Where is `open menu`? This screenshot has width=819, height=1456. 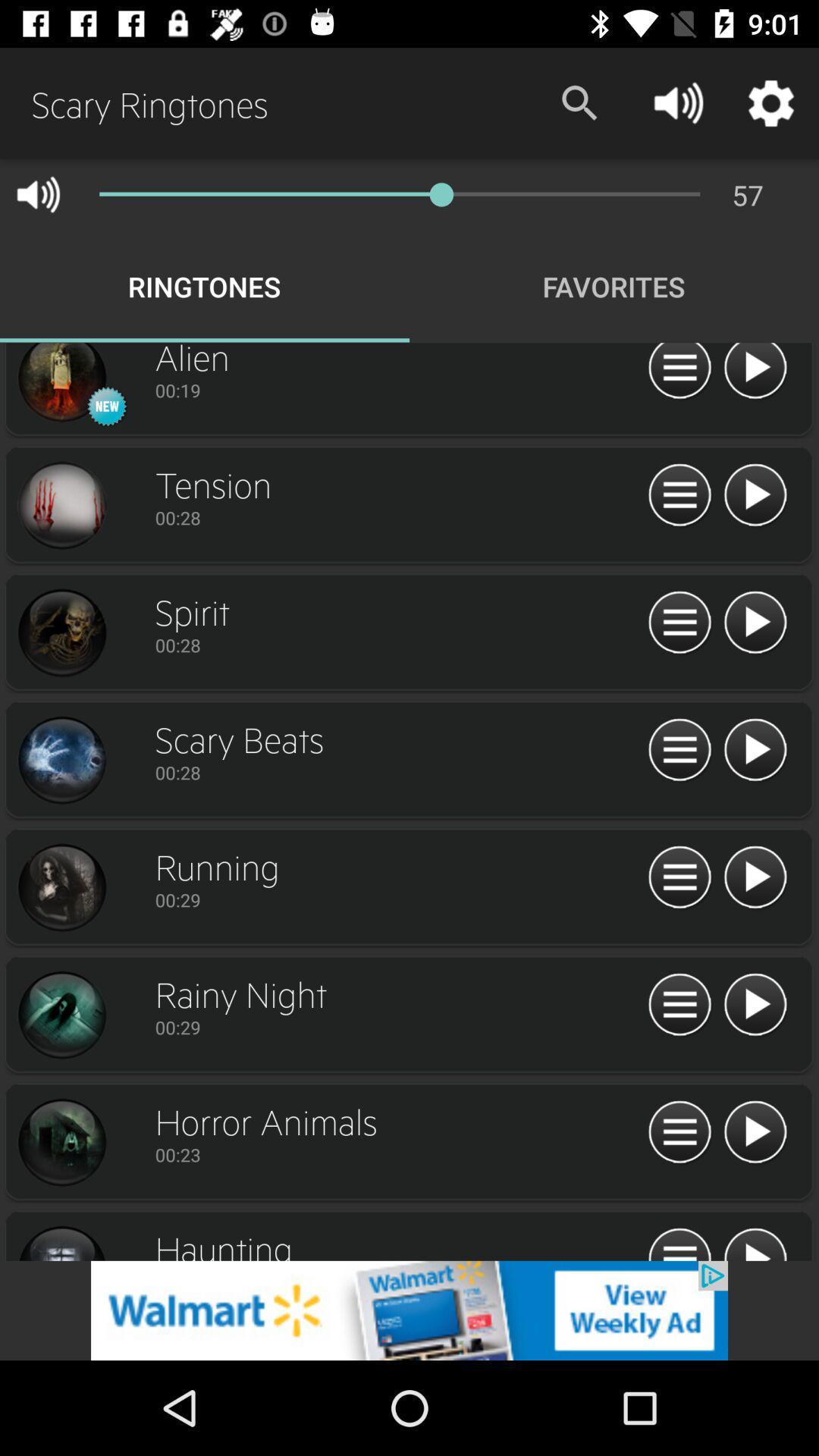 open menu is located at coordinates (679, 1005).